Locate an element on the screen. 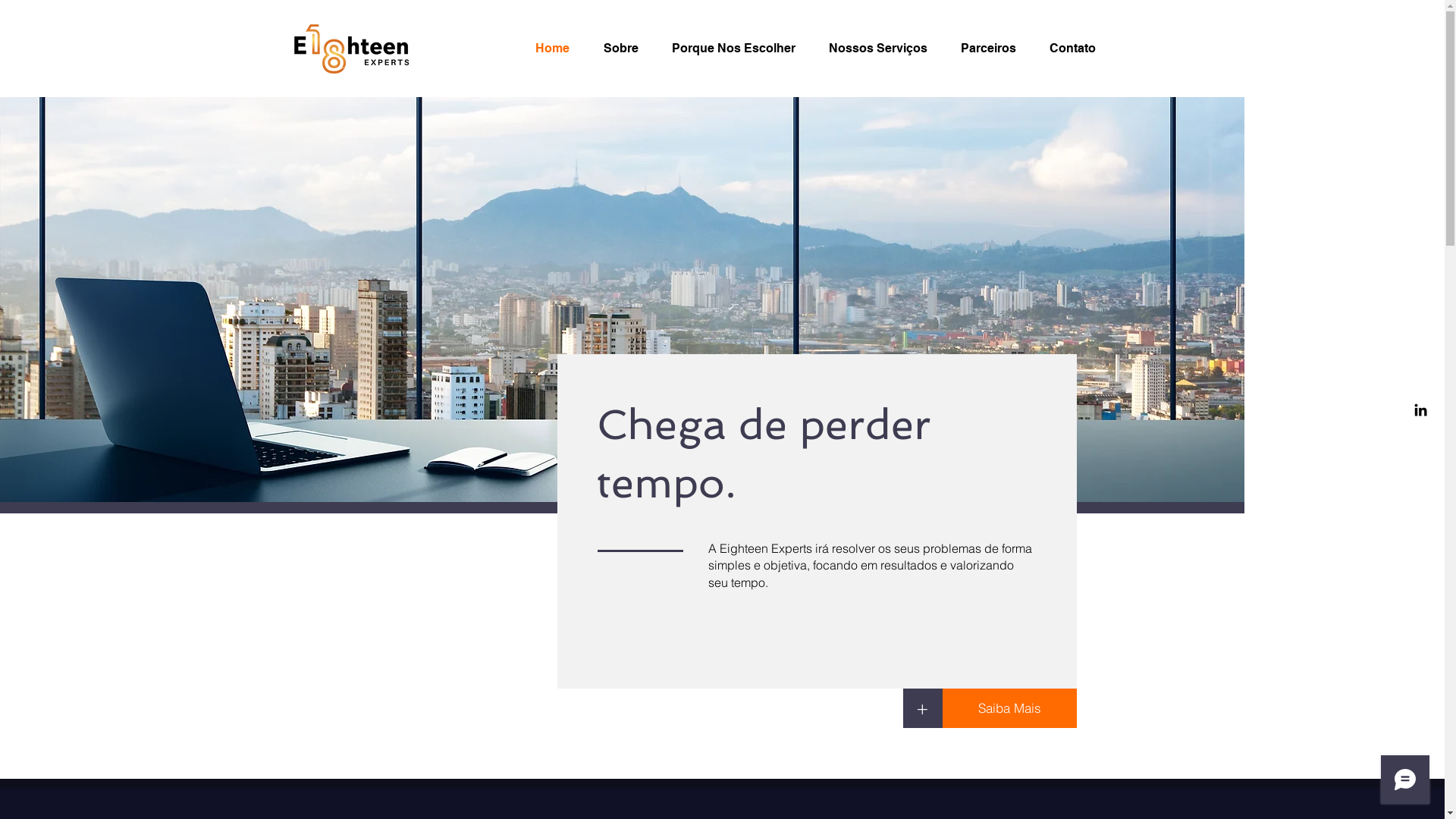 The height and width of the screenshot is (819, 1456). '1.png' is located at coordinates (350, 48).